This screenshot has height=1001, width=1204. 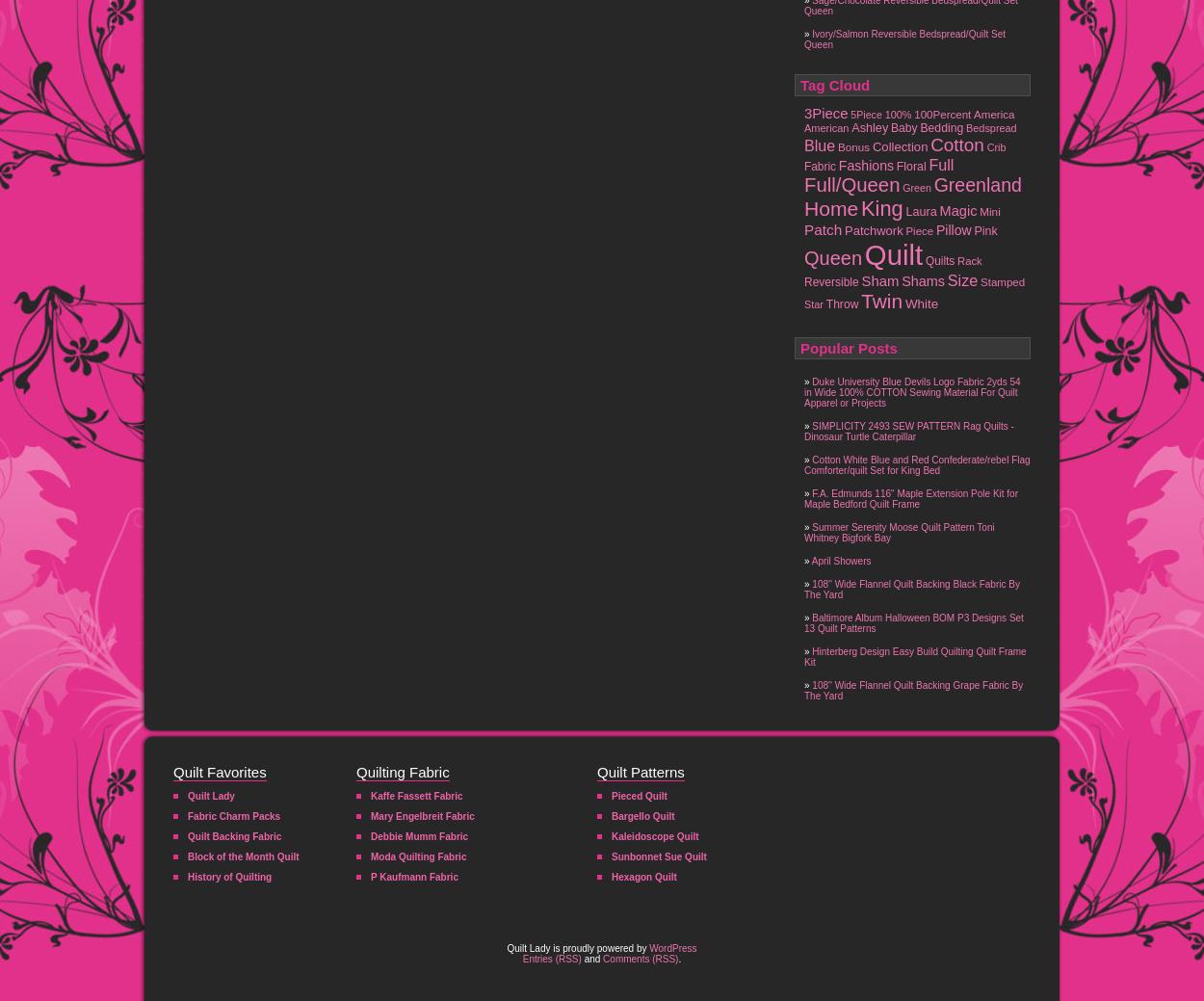 I want to click on 'Magic', so click(x=956, y=211).